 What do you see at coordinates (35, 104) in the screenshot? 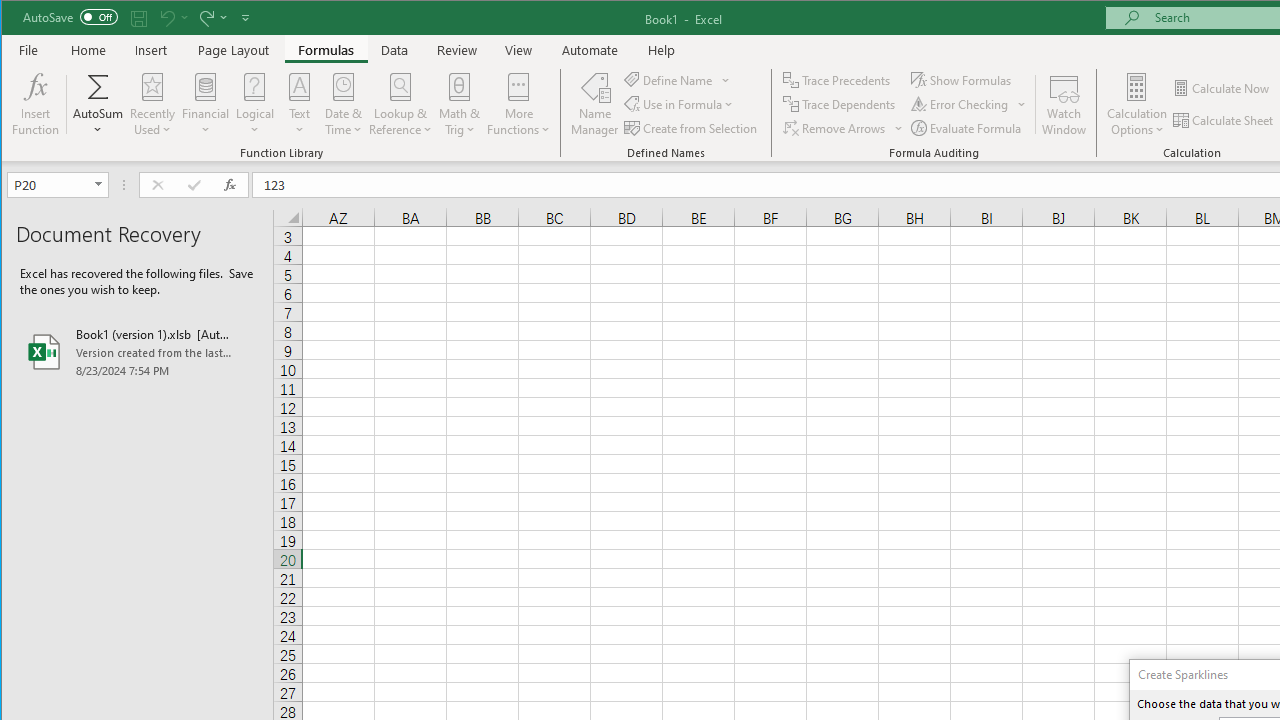
I see `'Insert Function...'` at bounding box center [35, 104].